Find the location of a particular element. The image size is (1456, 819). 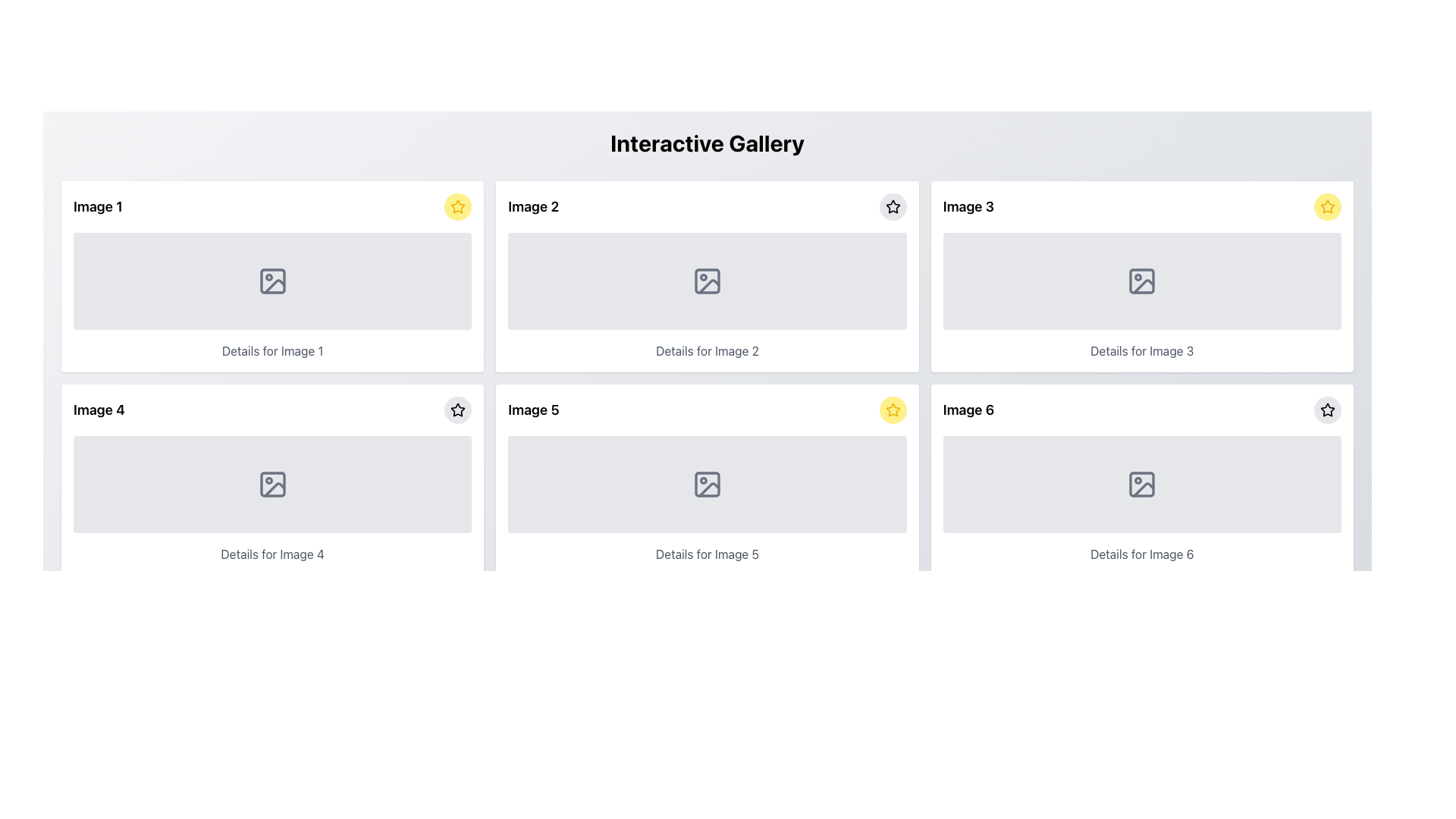

the circular yellow button with a star icon located in the top-right corner of the 'Image 5' section is located at coordinates (893, 409).